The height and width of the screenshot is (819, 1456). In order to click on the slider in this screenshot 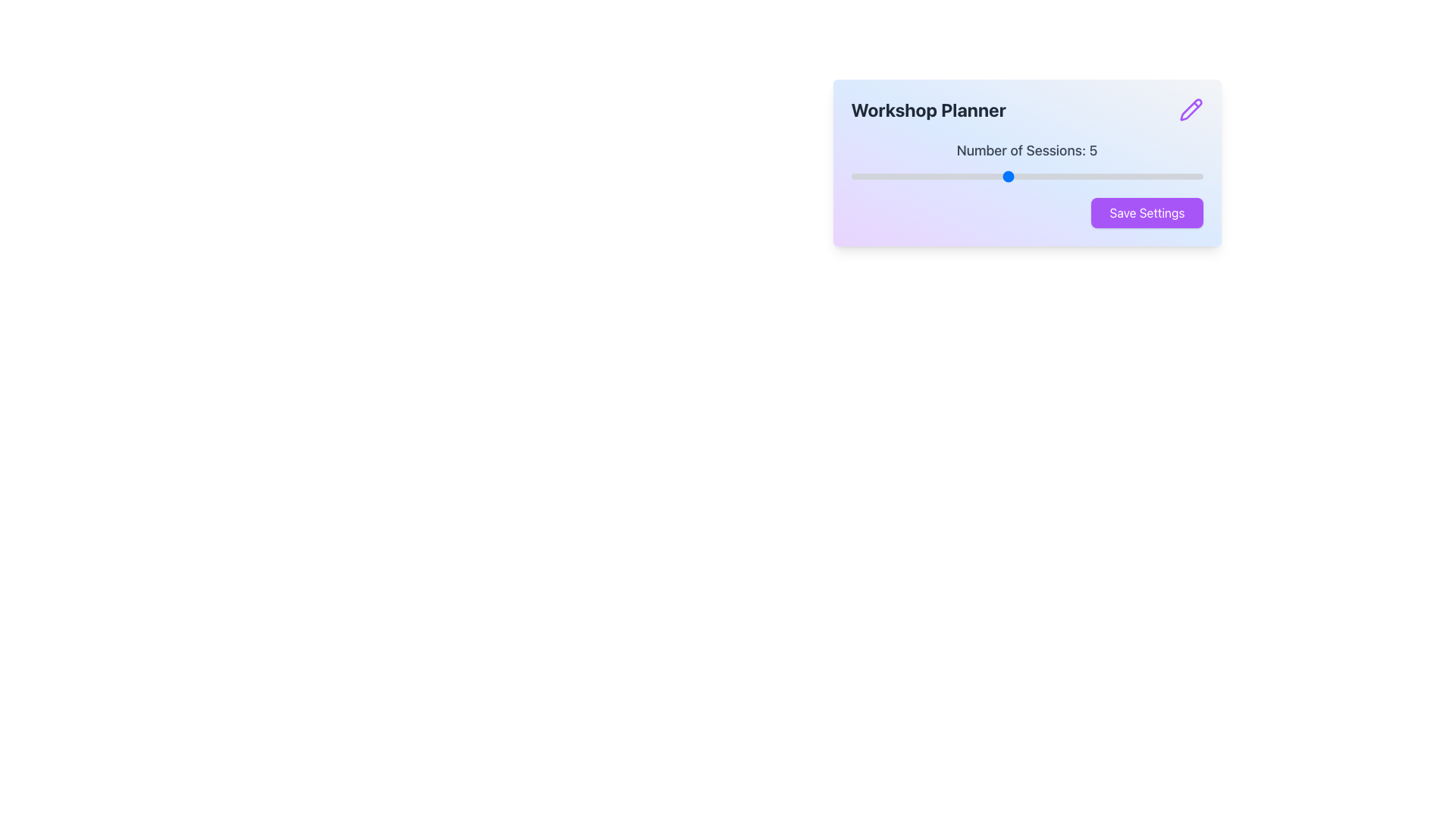, I will do `click(1007, 175)`.